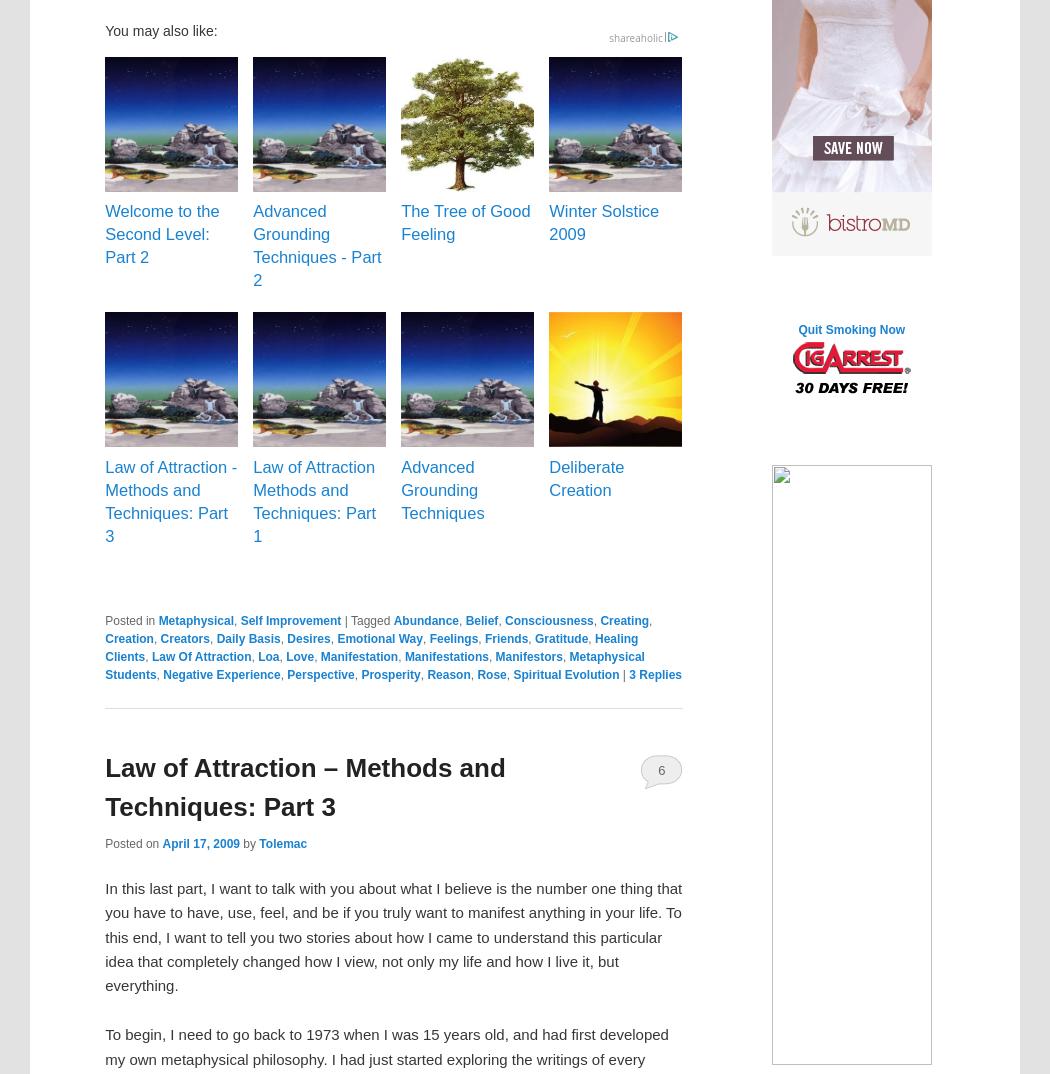 This screenshot has width=1050, height=1074. Describe the element at coordinates (631, 674) in the screenshot. I see `'3'` at that location.